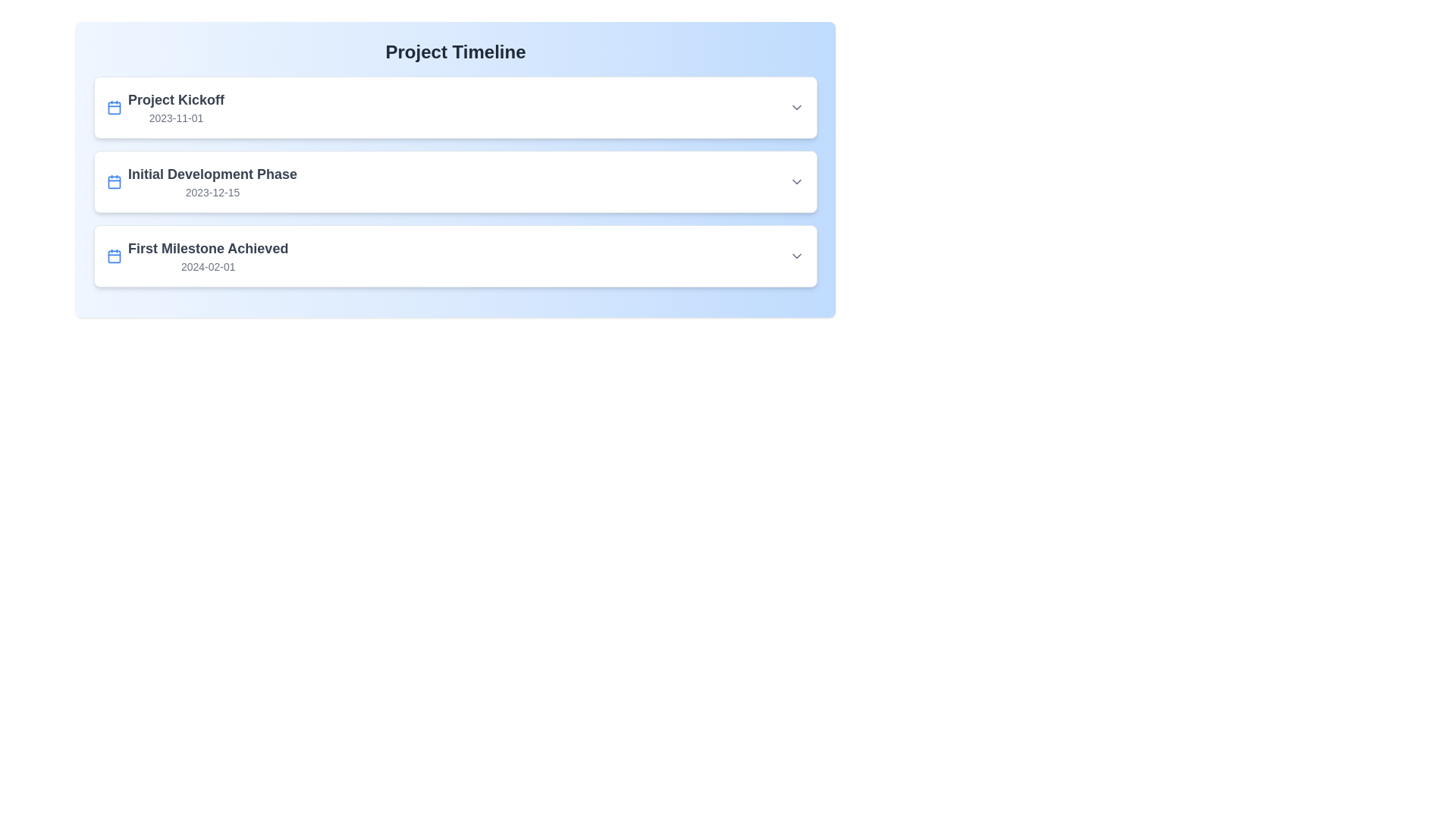 This screenshot has width=1456, height=819. What do you see at coordinates (113, 256) in the screenshot?
I see `the blue calendar-like icon located to the left of the 'First Milestone Achieved' text in the 'Project Timeline' section` at bounding box center [113, 256].